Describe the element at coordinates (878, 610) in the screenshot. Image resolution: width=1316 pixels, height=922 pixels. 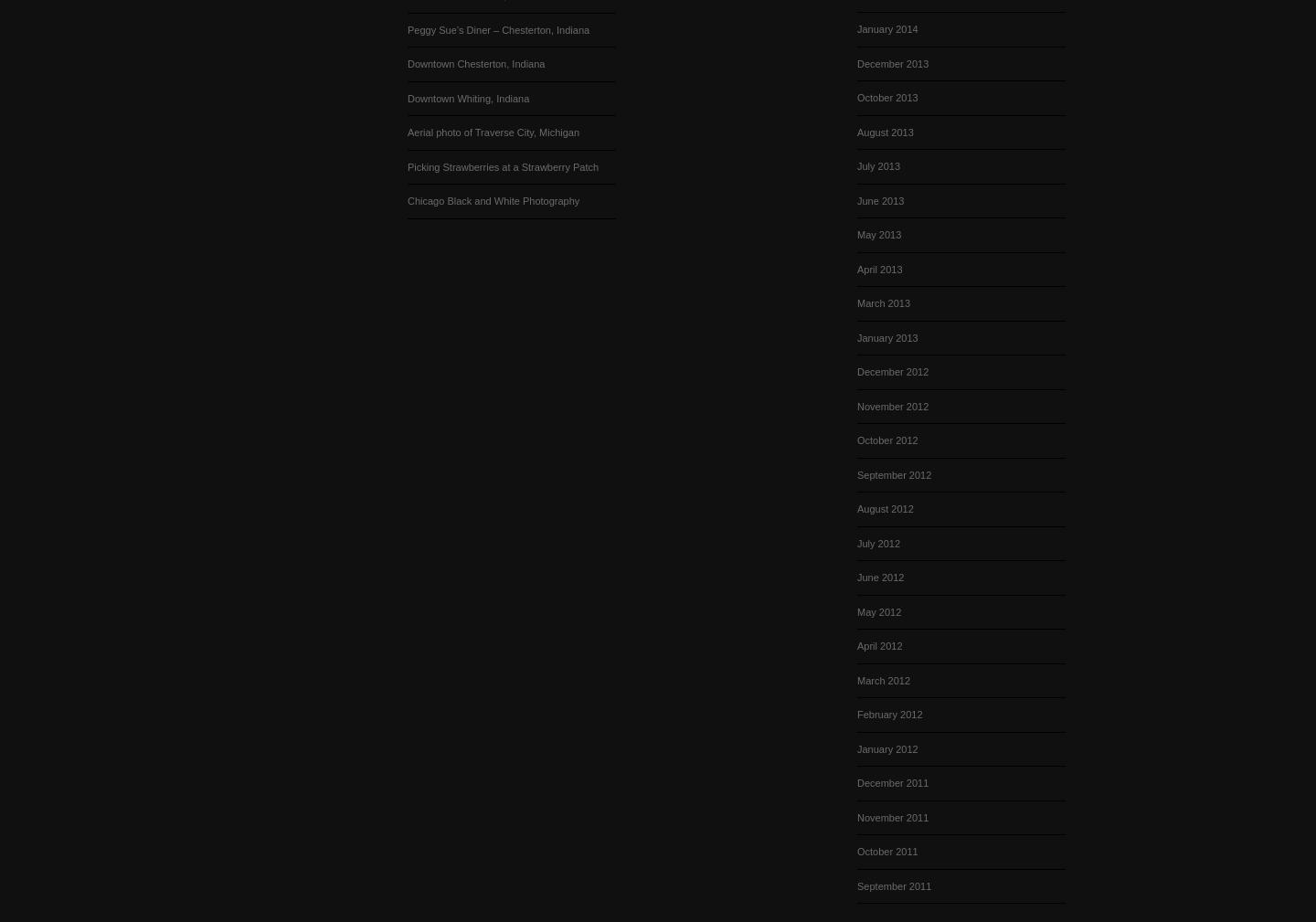
I see `'May 2012'` at that location.